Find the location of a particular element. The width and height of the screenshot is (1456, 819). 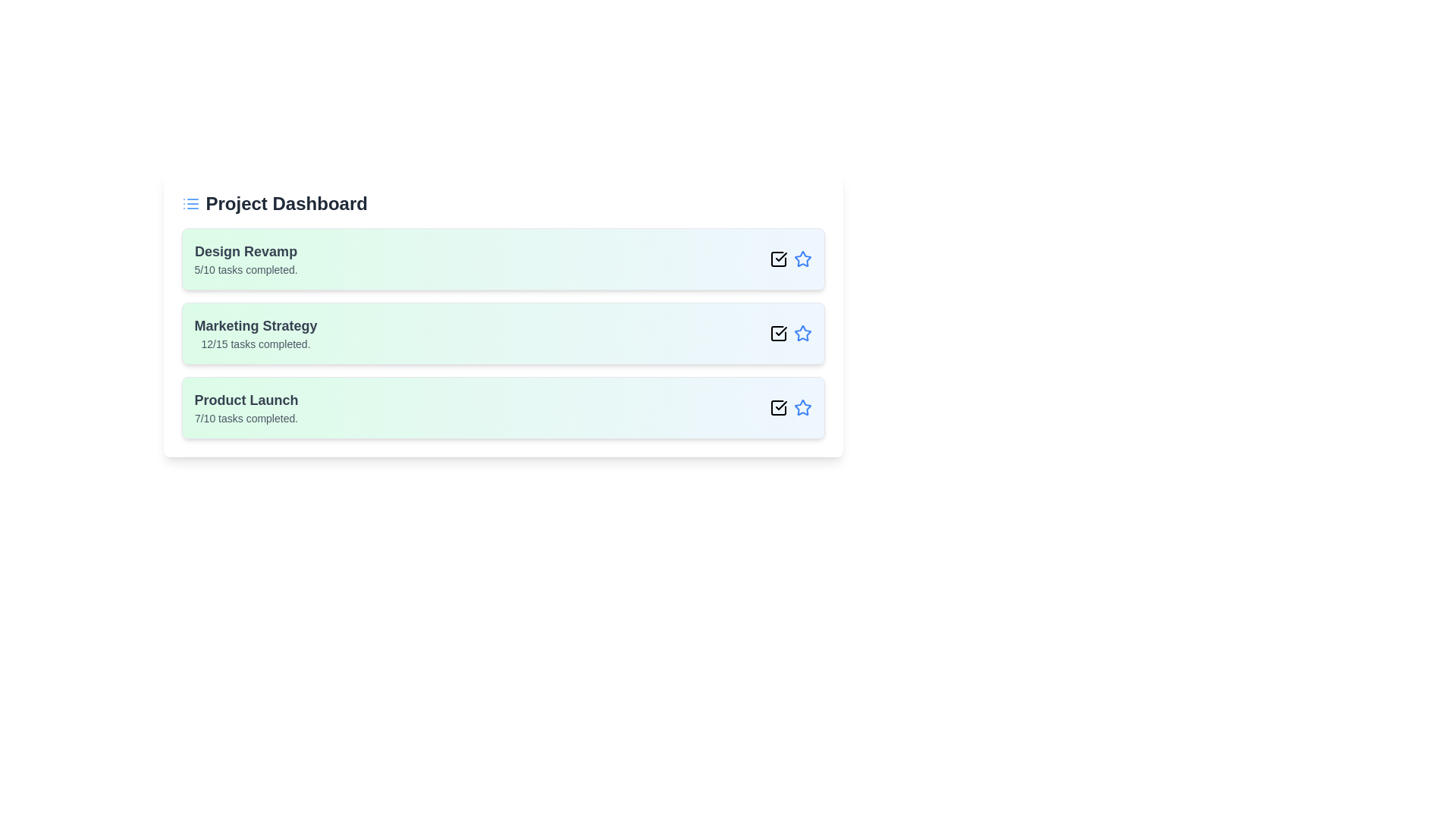

the title icon to trigger a tooltip or visual feedback is located at coordinates (190, 203).